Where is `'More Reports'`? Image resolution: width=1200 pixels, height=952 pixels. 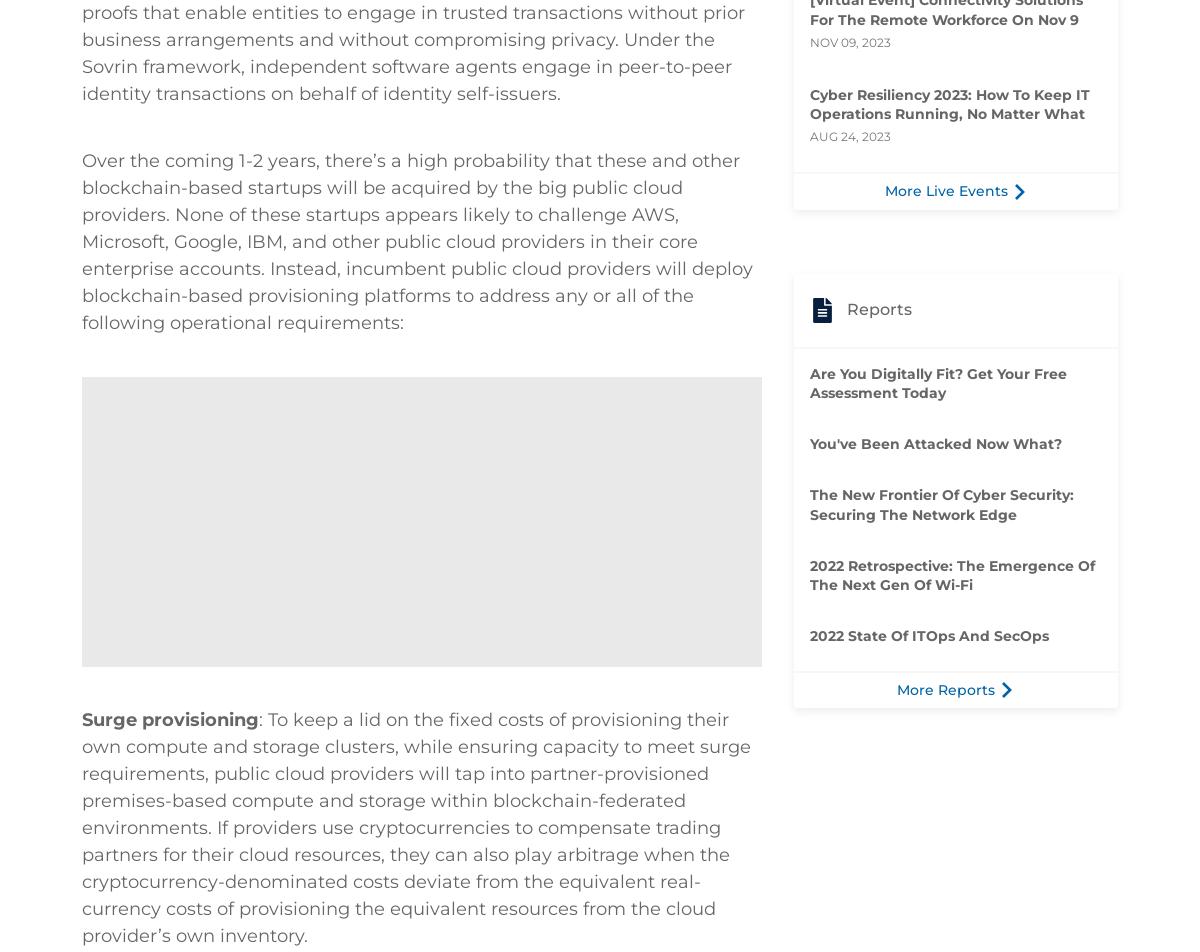 'More Reports' is located at coordinates (945, 688).